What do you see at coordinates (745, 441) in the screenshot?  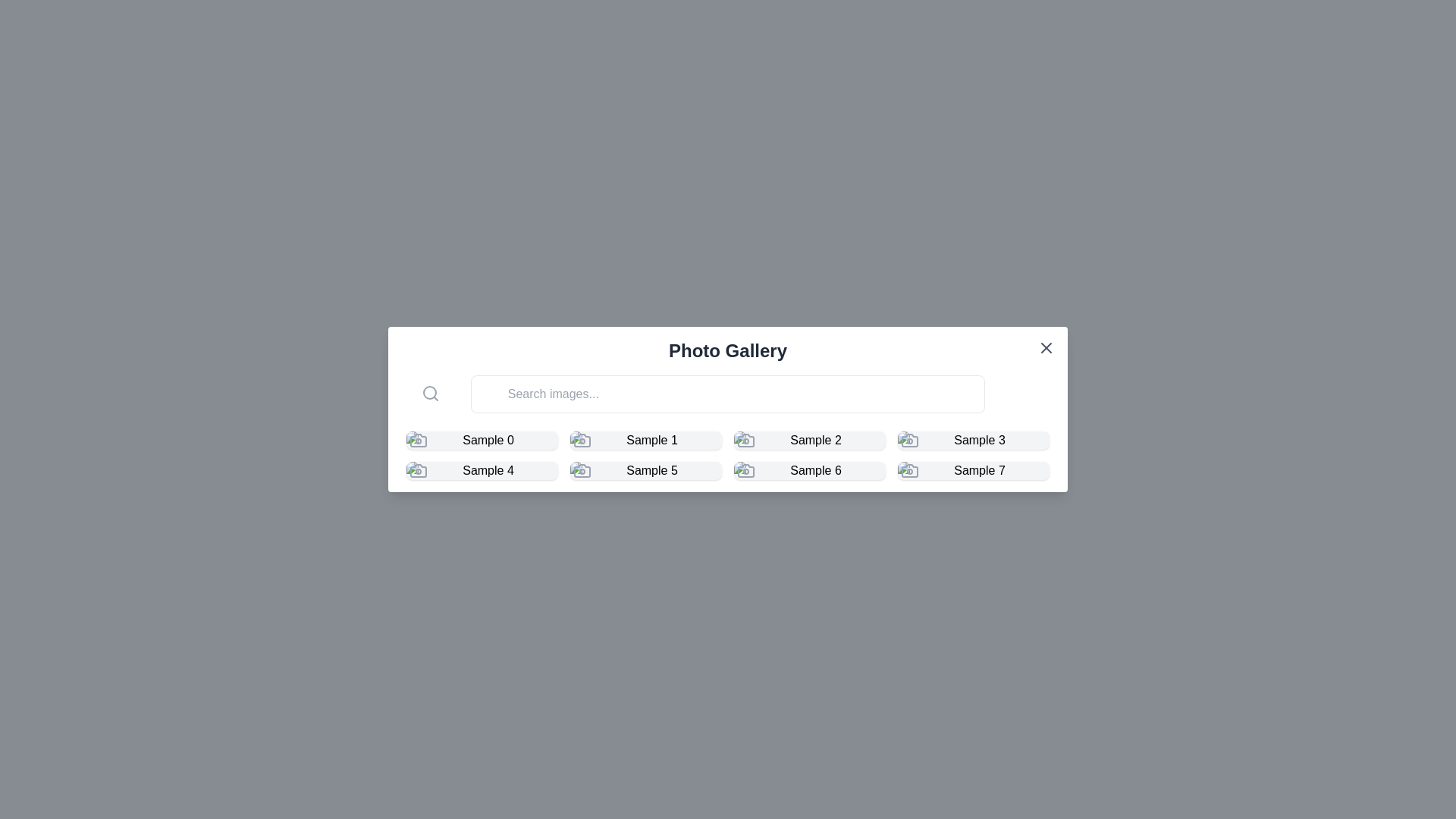 I see `the camera icon located in the 'Photo Gallery' interface, positioned above the 'Sample 2' label in the second row, first column` at bounding box center [745, 441].